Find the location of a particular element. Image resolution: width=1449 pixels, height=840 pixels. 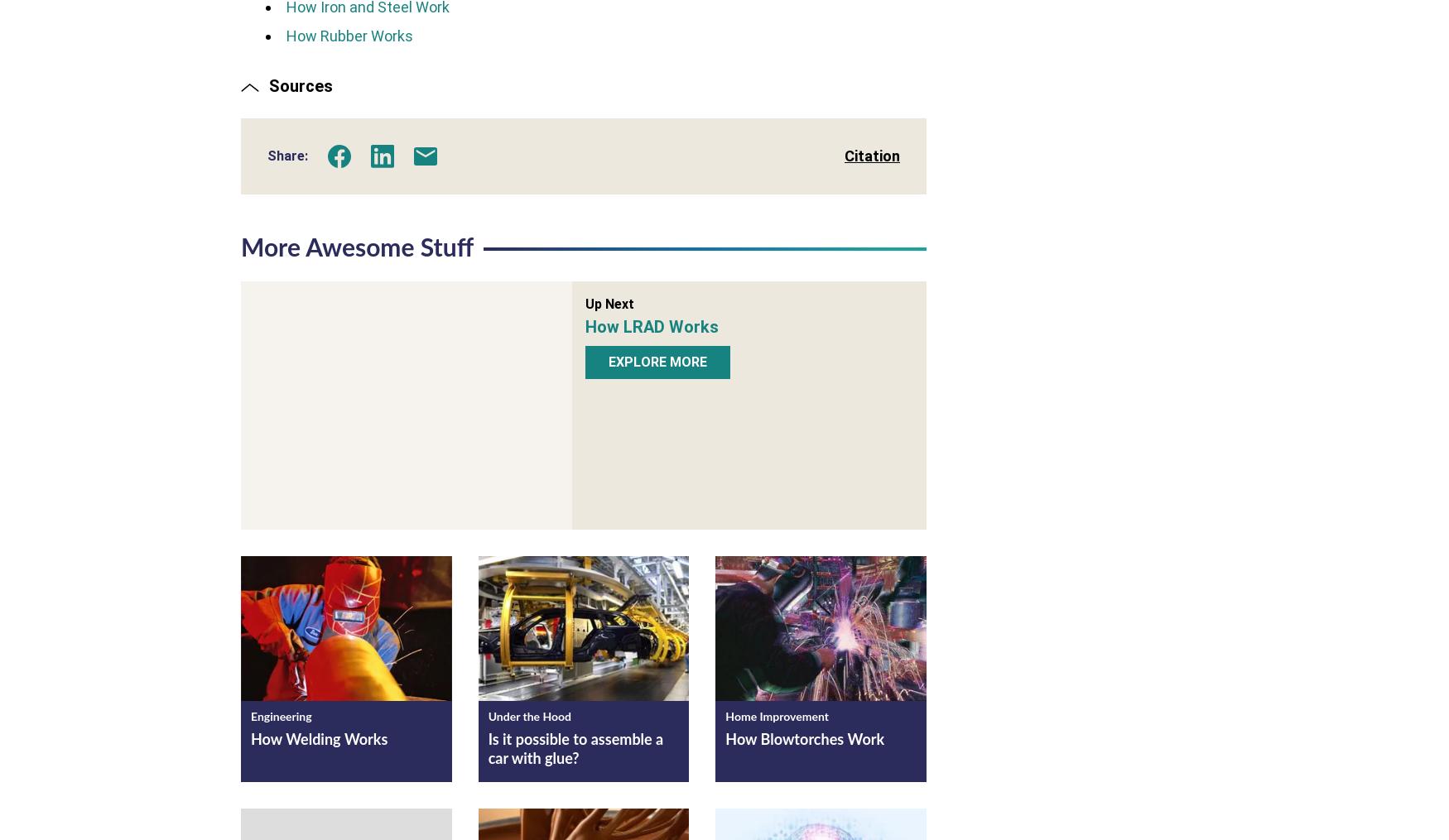

'Home Improvement' is located at coordinates (777, 716).